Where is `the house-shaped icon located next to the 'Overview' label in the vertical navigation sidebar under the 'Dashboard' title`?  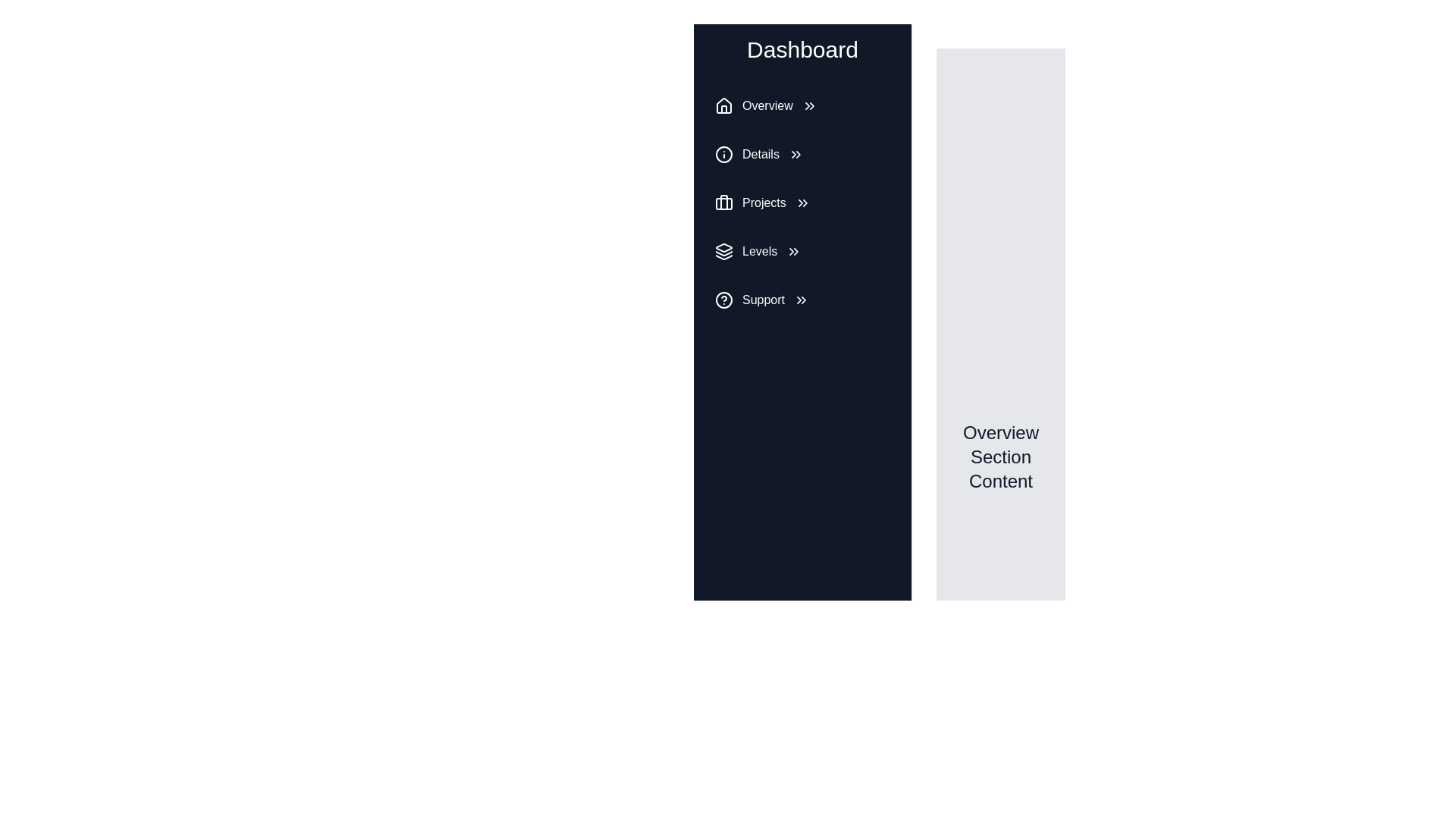
the house-shaped icon located next to the 'Overview' label in the vertical navigation sidebar under the 'Dashboard' title is located at coordinates (723, 104).